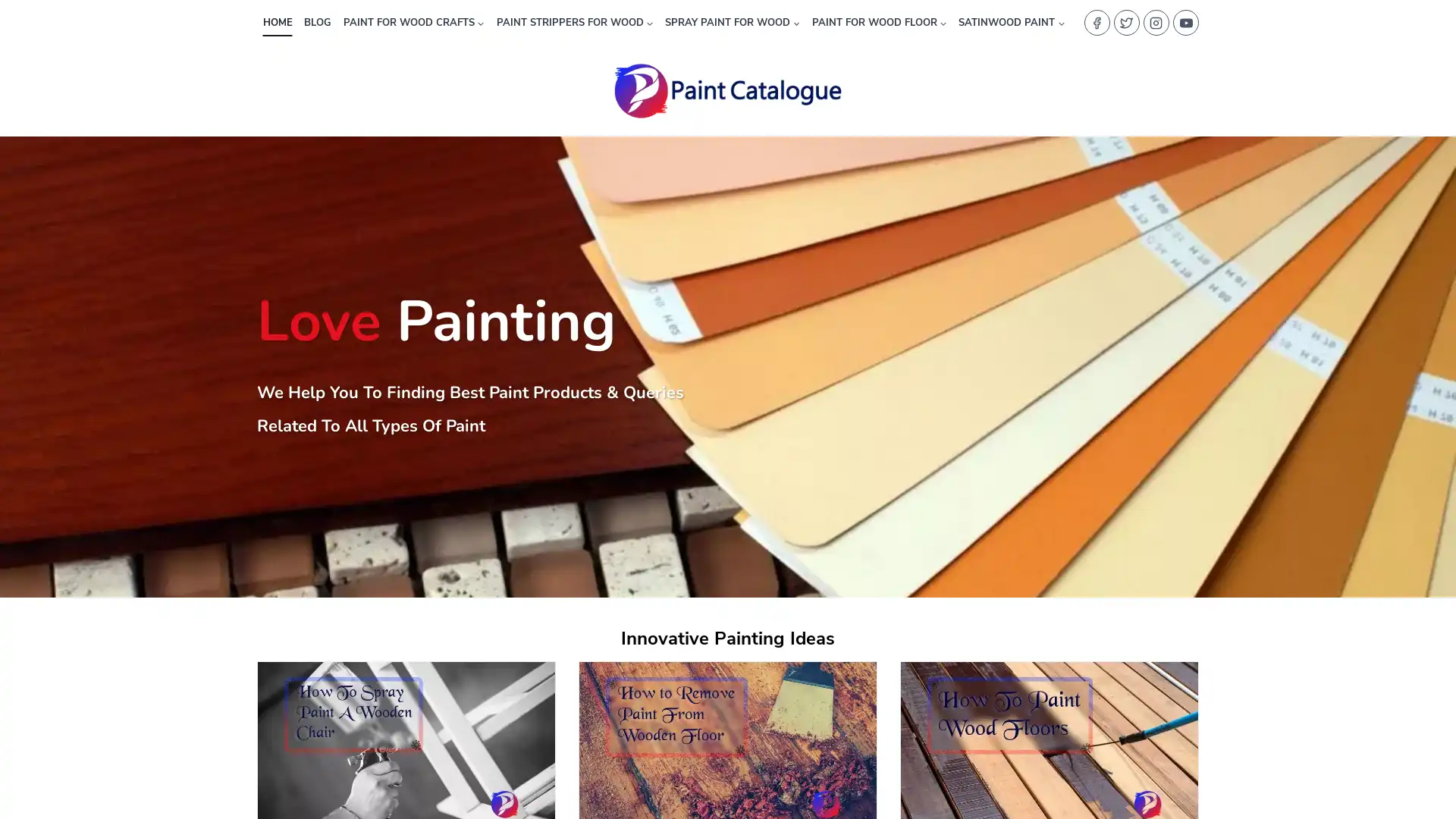 Image resolution: width=1456 pixels, height=819 pixels. What do you see at coordinates (413, 22) in the screenshot?
I see `Expand child menu` at bounding box center [413, 22].